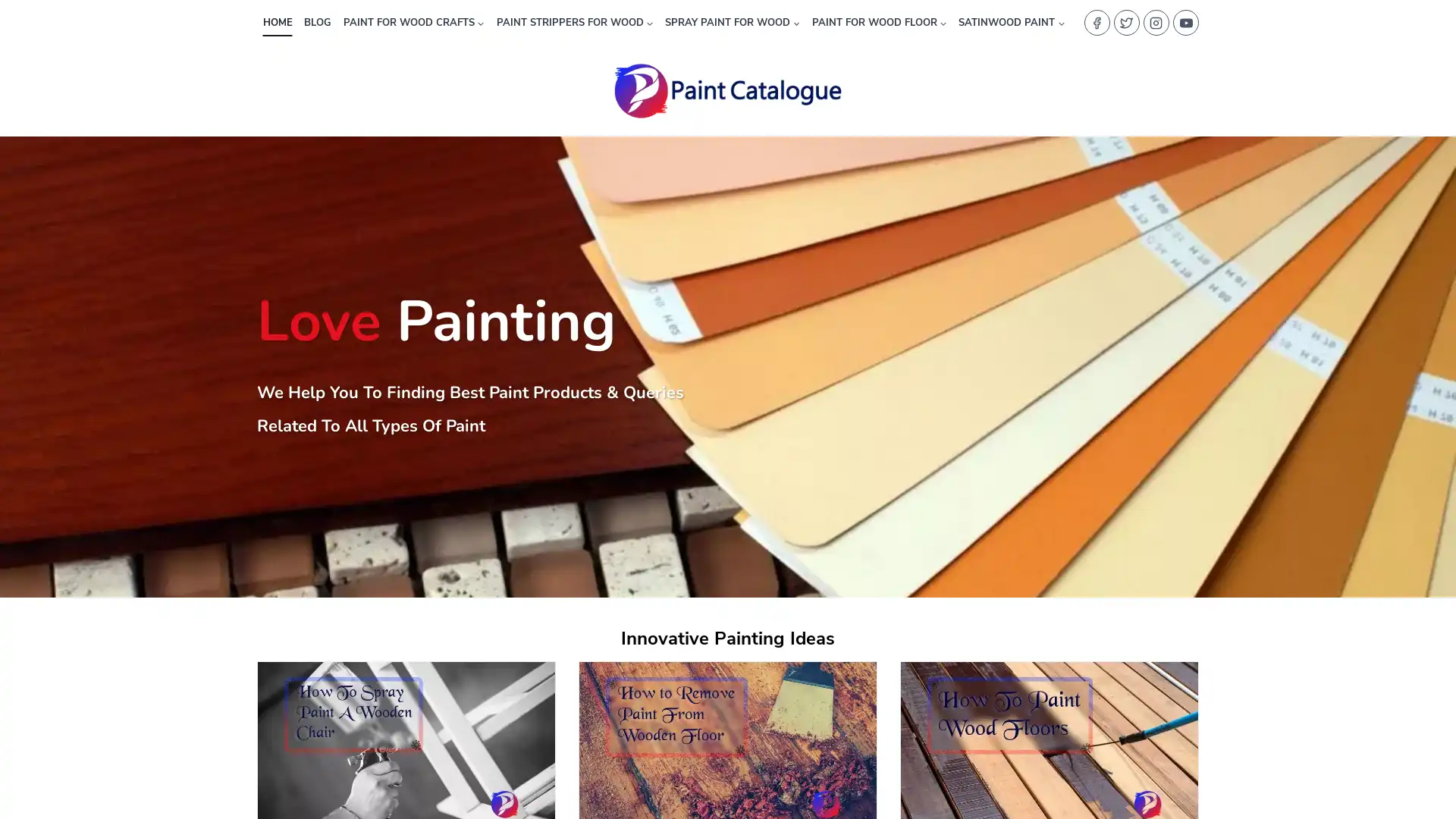 Image resolution: width=1456 pixels, height=819 pixels. What do you see at coordinates (413, 22) in the screenshot?
I see `Expand child menu` at bounding box center [413, 22].